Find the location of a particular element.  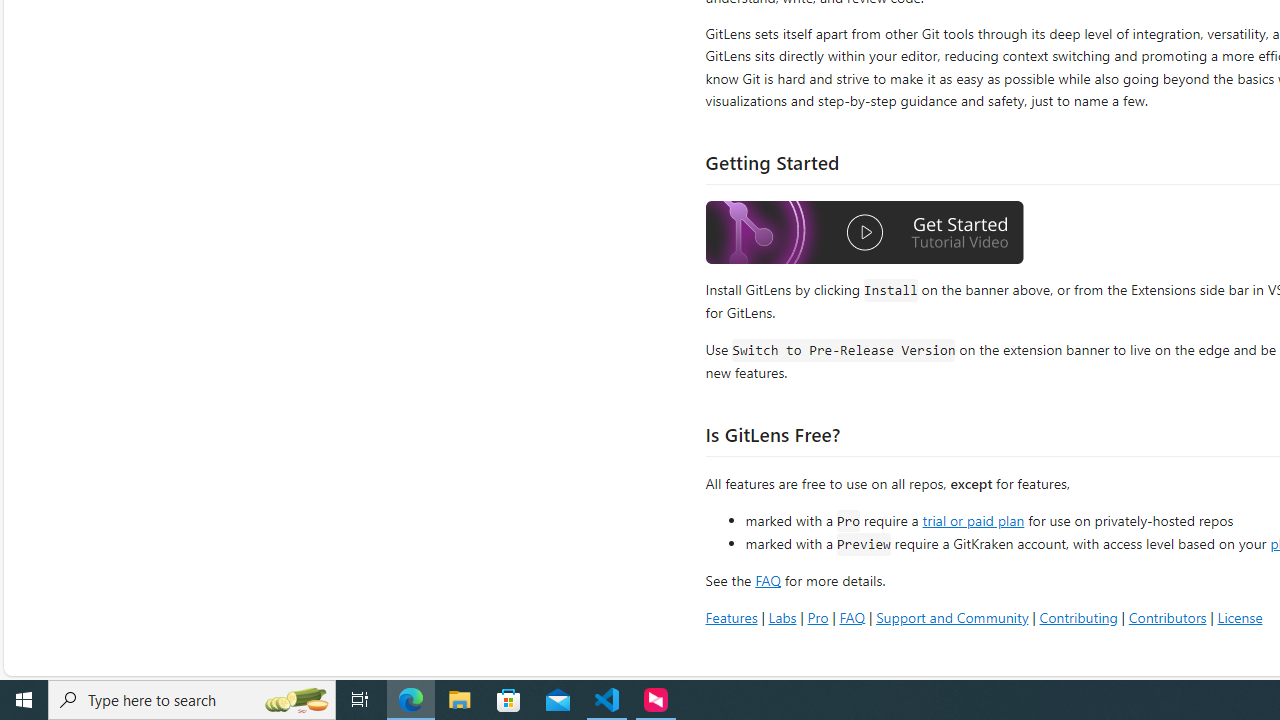

'trial or paid plan' is located at coordinates (973, 518).